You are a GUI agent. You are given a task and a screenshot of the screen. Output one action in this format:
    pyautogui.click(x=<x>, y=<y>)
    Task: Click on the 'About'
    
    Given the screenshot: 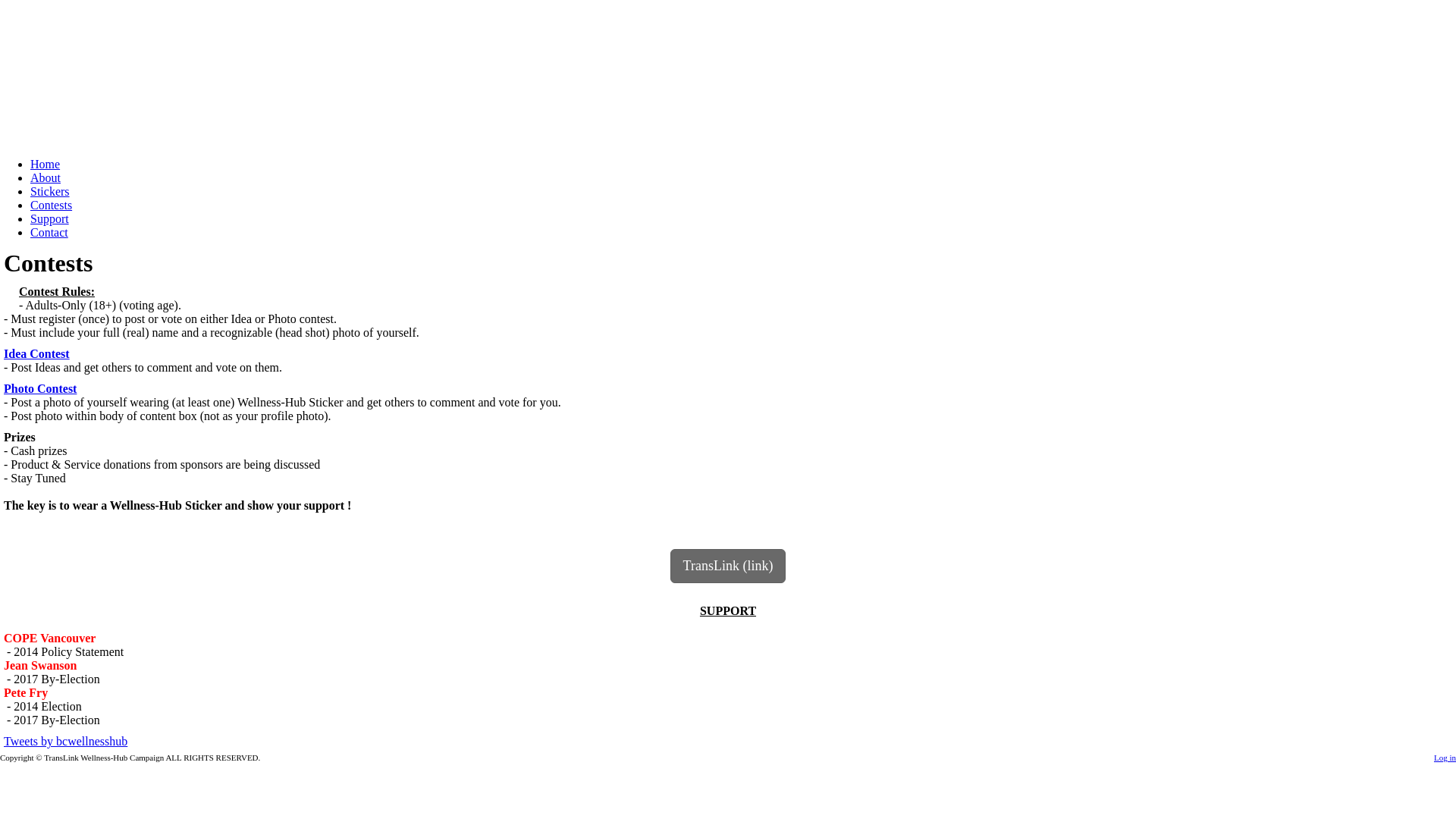 What is the action you would take?
    pyautogui.click(x=45, y=177)
    